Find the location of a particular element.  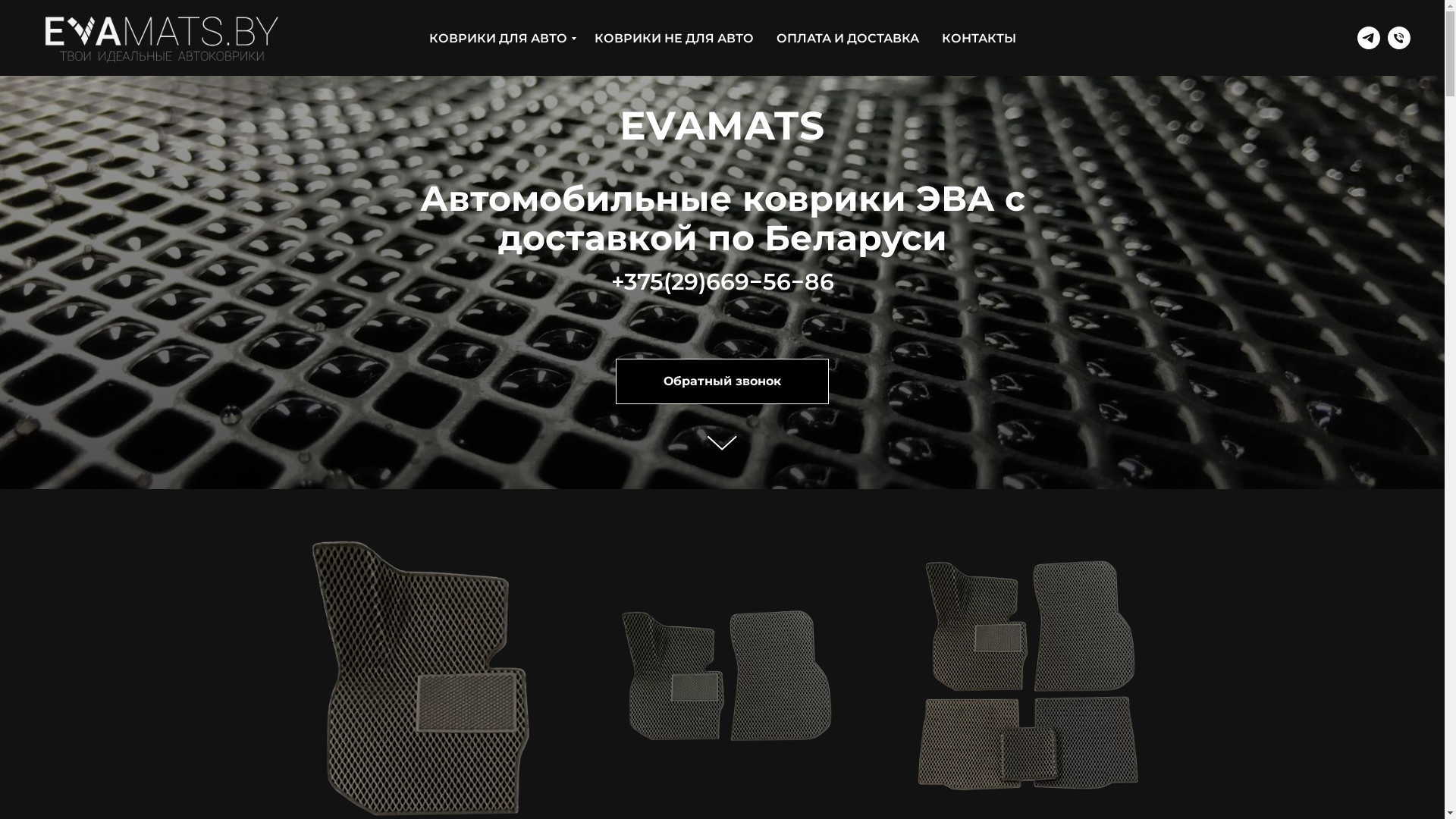

'Telegram' is located at coordinates (1368, 37).